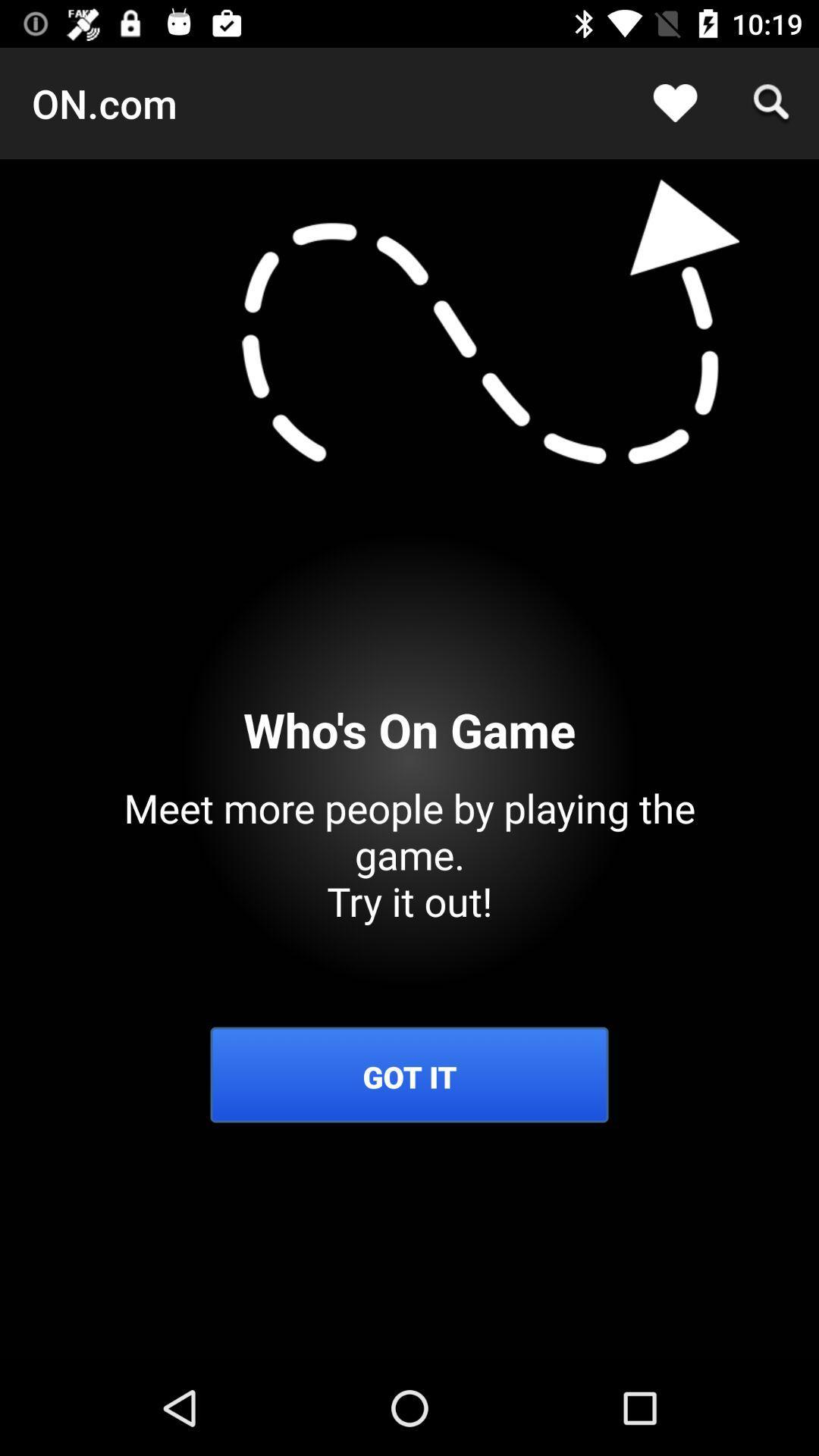 The image size is (819, 1456). Describe the element at coordinates (409, 1076) in the screenshot. I see `the got it item` at that location.